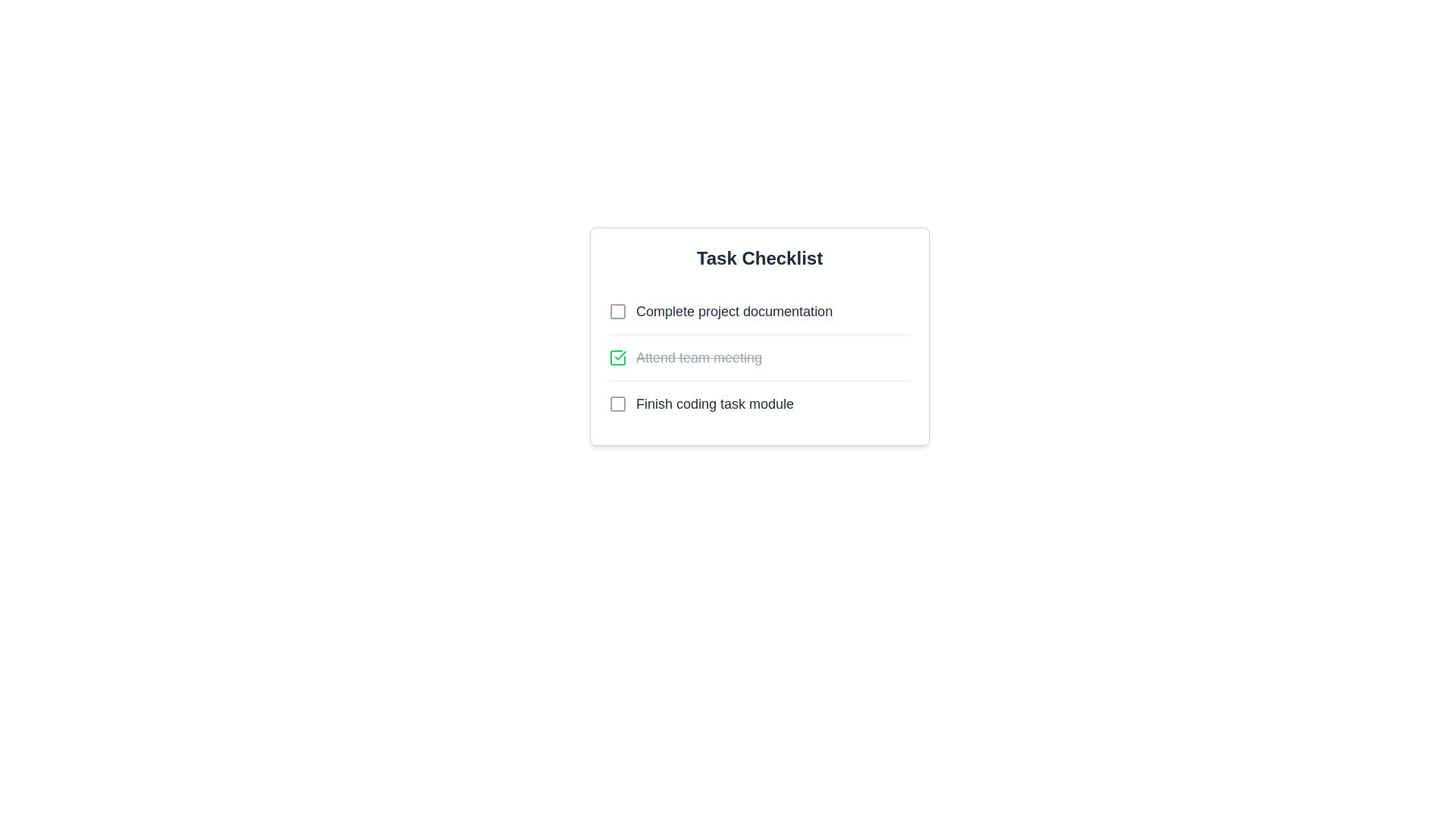  Describe the element at coordinates (618, 403) in the screenshot. I see `the checkbox adjacent to the 'Finish coding task module' text` at that location.